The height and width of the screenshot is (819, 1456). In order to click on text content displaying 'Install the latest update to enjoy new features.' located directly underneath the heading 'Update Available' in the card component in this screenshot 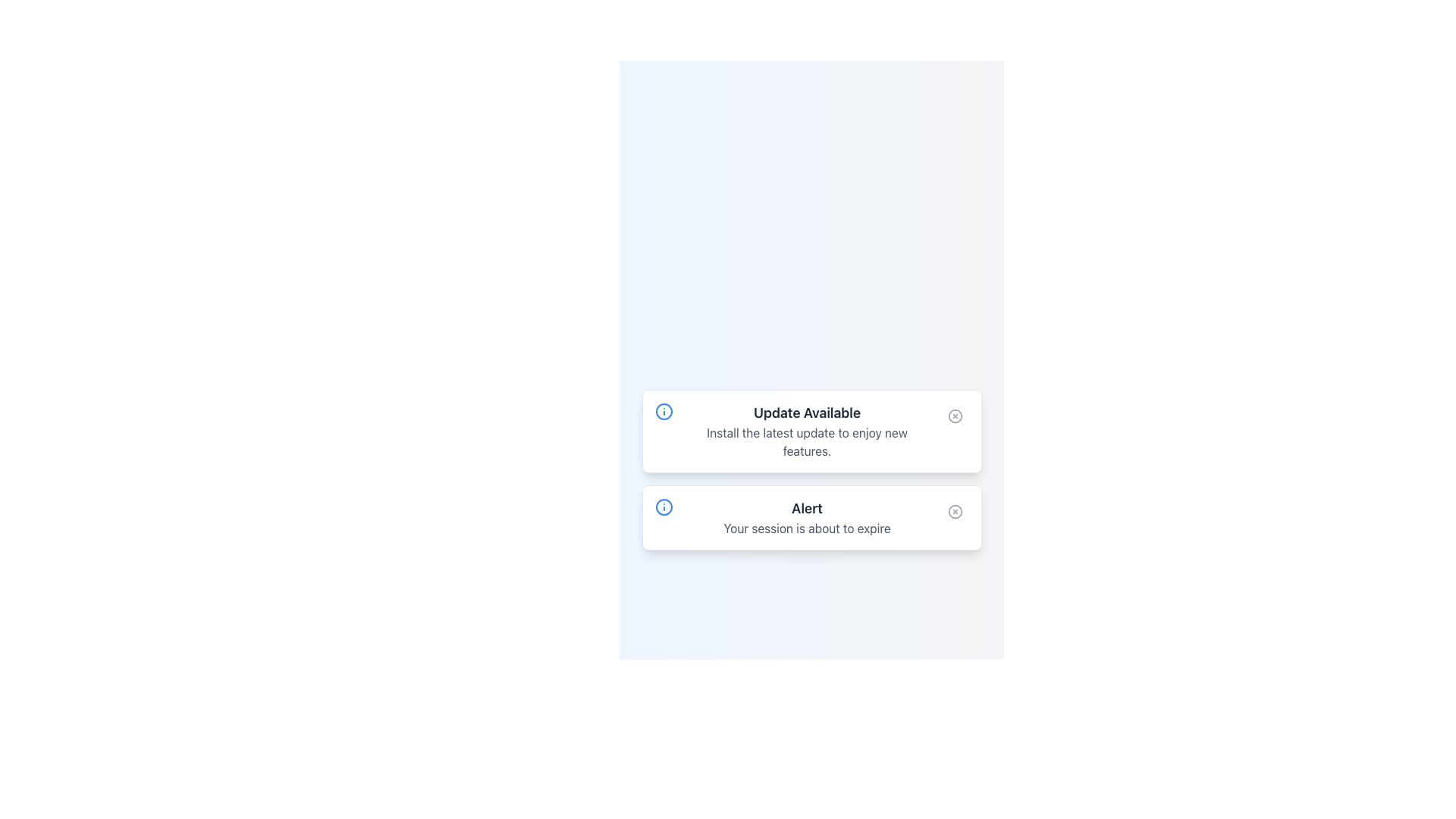, I will do `click(806, 441)`.